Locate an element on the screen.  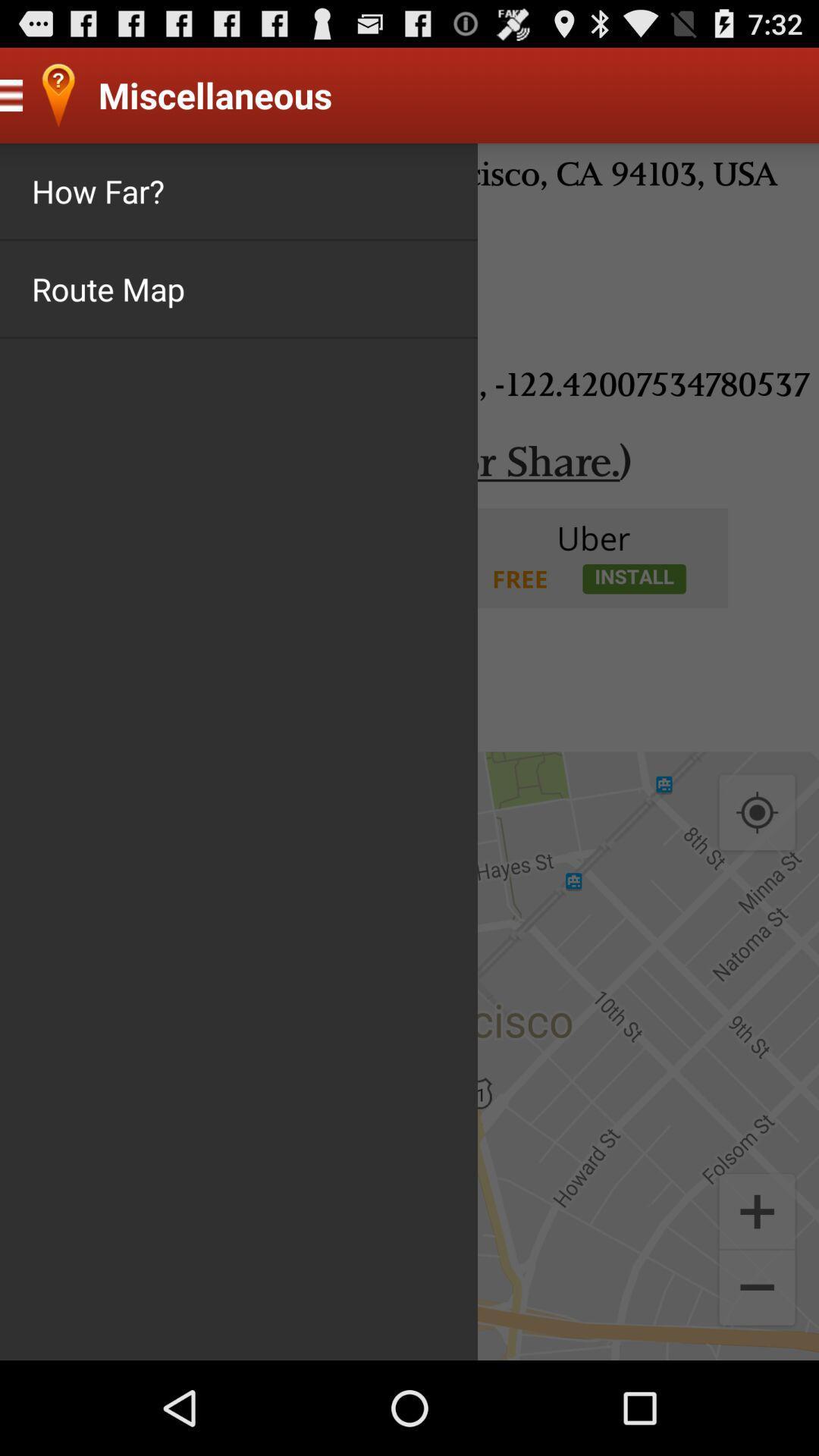
the location_crosshair icon is located at coordinates (757, 871).